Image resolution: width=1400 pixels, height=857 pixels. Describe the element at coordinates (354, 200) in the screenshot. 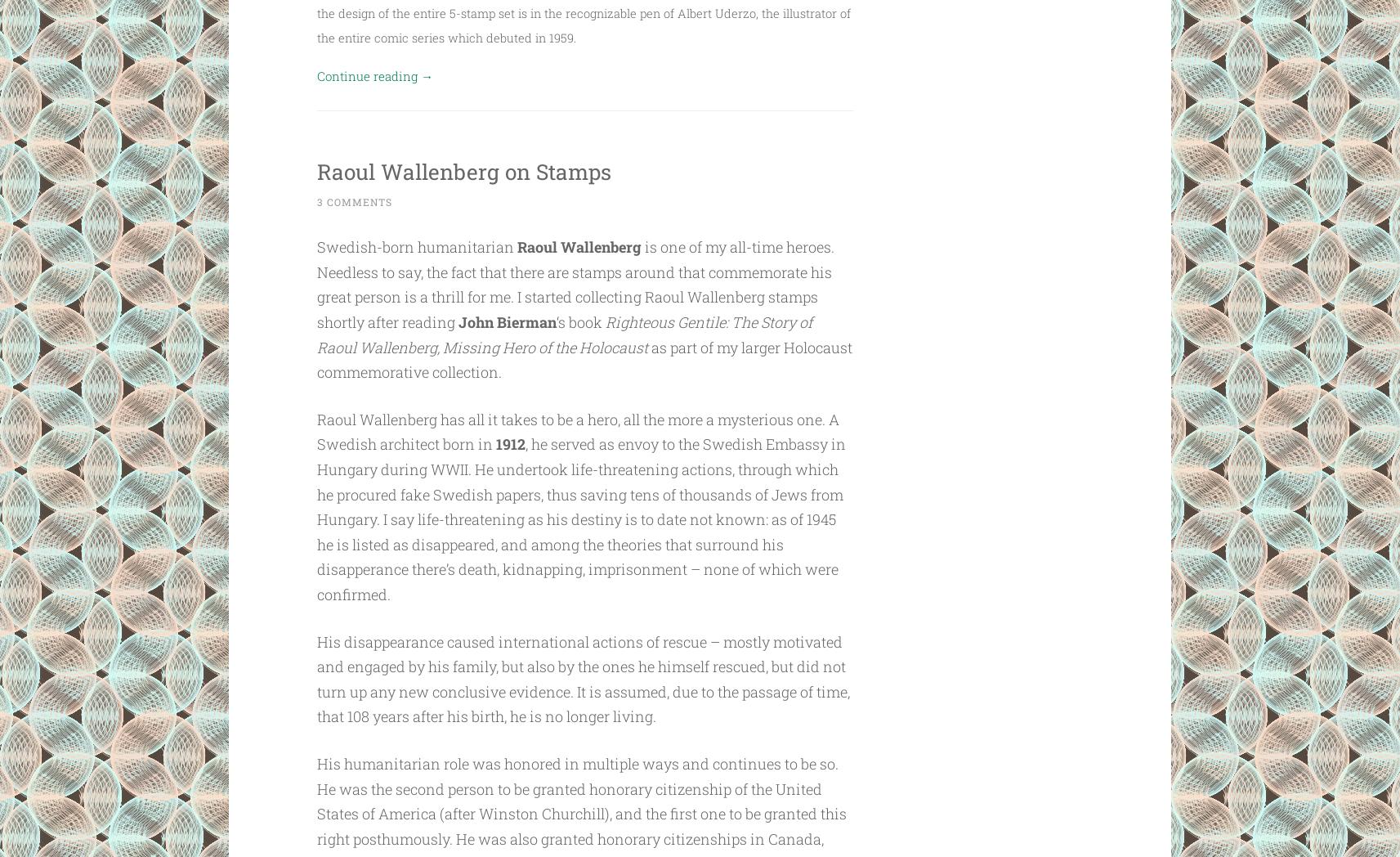

I see `'3 Comments'` at that location.